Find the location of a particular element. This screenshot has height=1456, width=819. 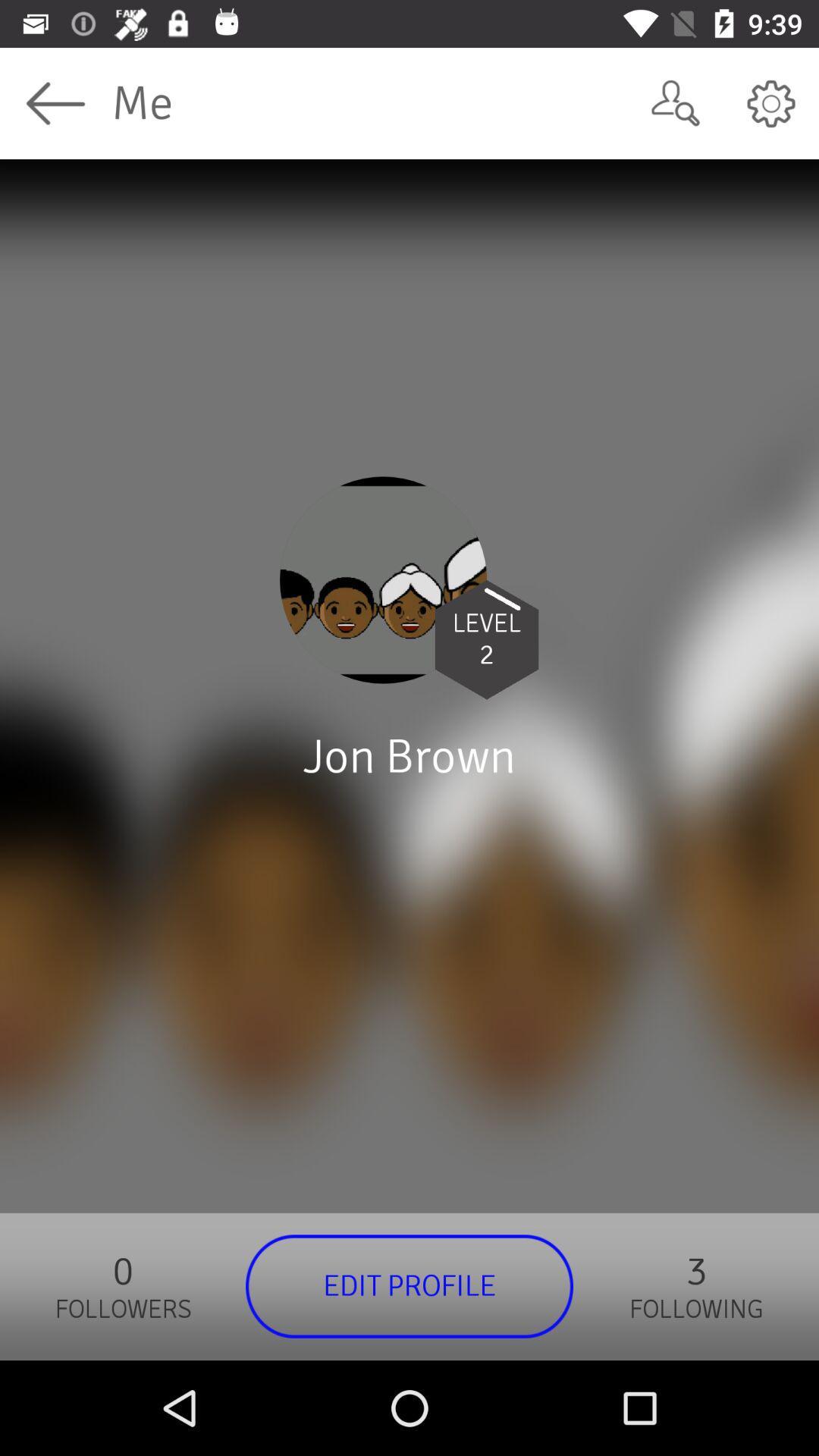

go back is located at coordinates (55, 102).